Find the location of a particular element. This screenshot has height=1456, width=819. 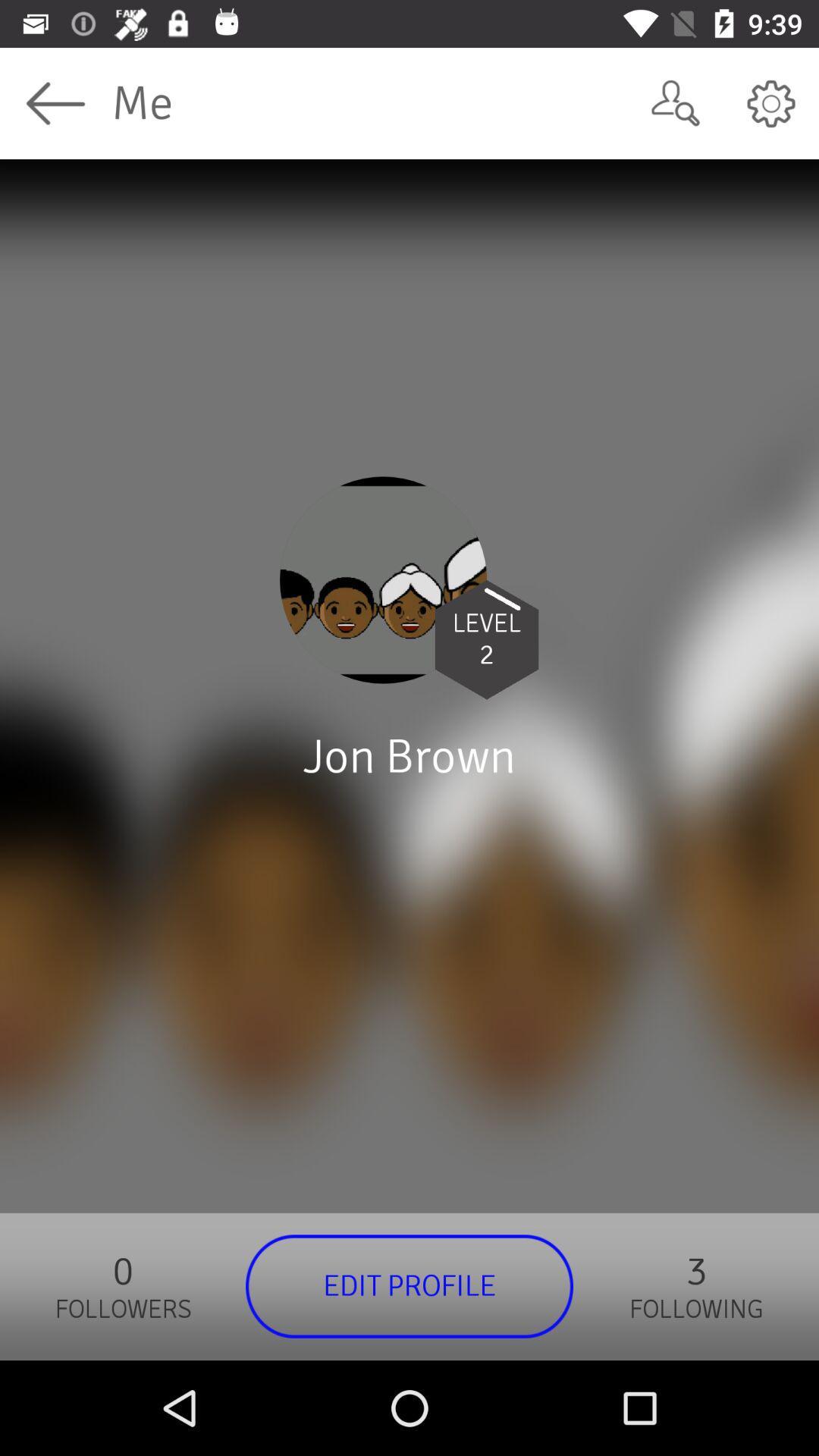

go back is located at coordinates (55, 102).